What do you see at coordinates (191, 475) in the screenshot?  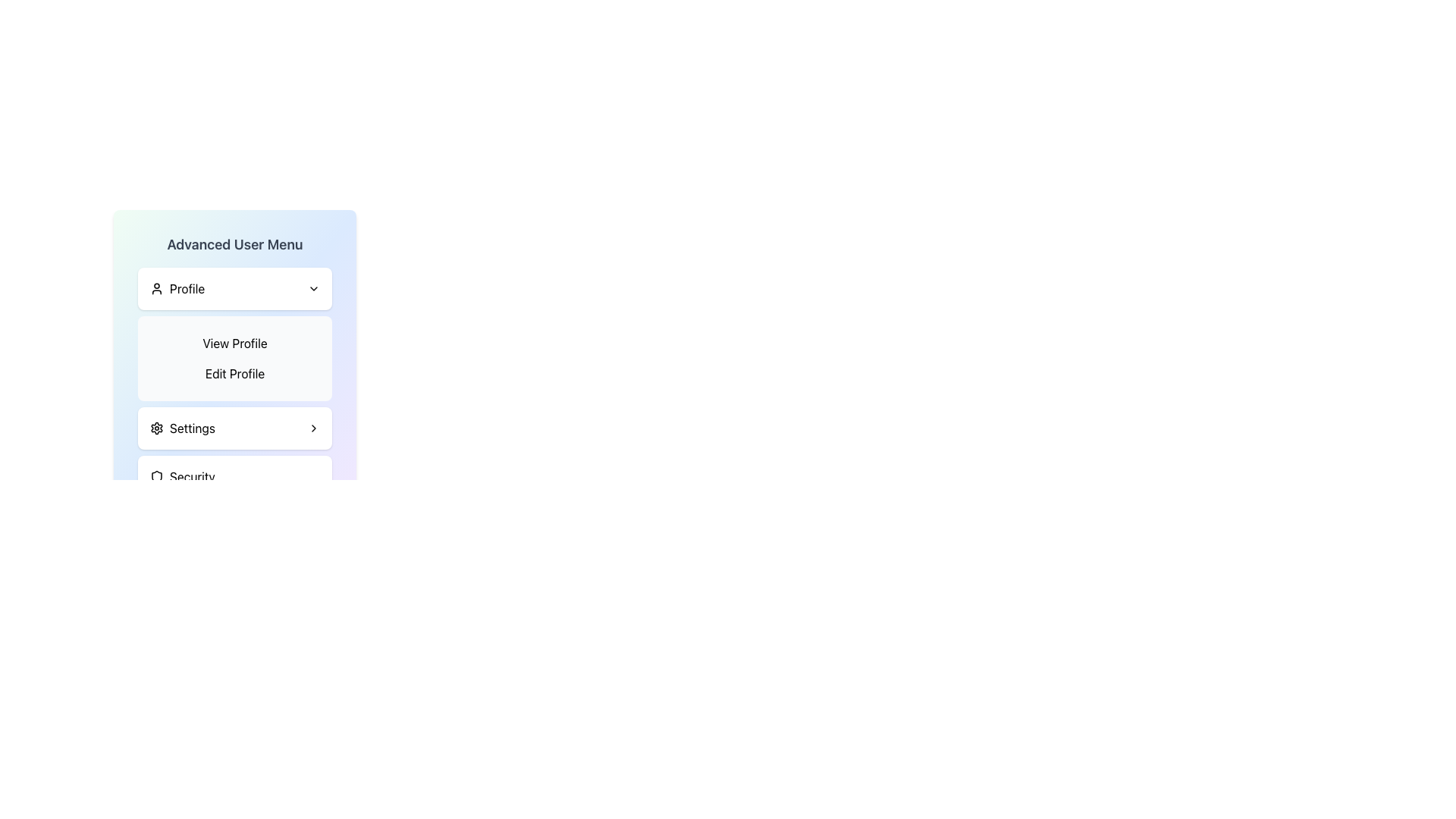 I see `the 'Security' text label element` at bounding box center [191, 475].